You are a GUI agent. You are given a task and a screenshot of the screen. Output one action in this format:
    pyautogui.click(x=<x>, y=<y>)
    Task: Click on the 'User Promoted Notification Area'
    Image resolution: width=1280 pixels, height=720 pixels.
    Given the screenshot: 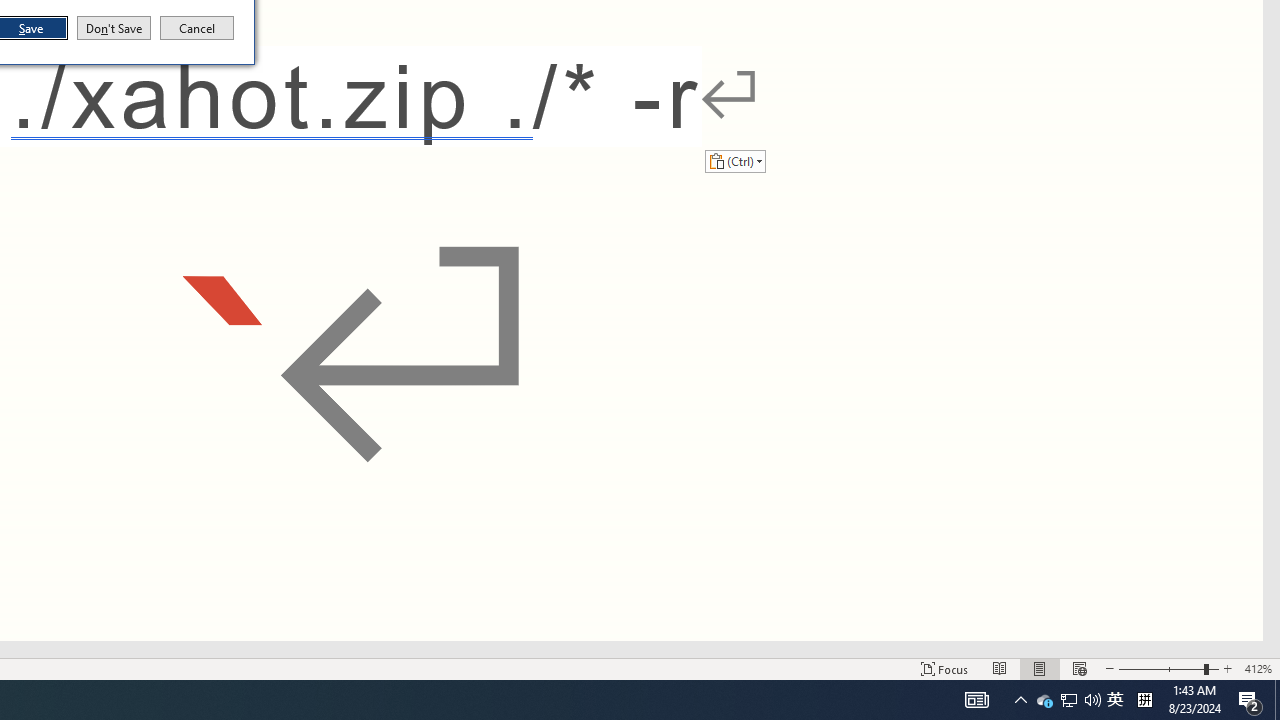 What is the action you would take?
    pyautogui.click(x=1067, y=698)
    